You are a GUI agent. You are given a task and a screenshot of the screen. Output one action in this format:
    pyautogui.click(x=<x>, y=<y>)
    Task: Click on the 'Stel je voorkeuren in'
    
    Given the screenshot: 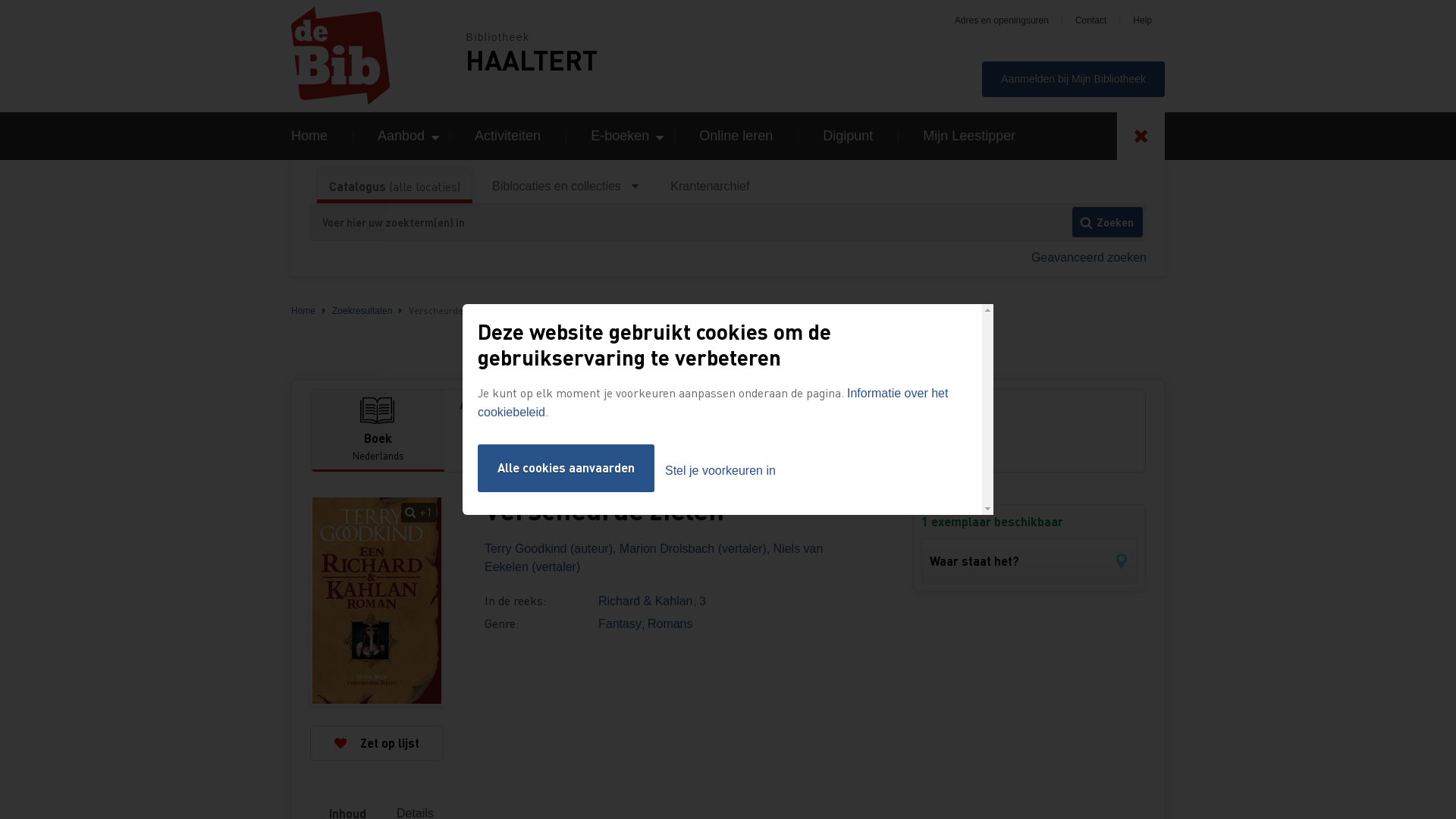 What is the action you would take?
    pyautogui.click(x=720, y=470)
    